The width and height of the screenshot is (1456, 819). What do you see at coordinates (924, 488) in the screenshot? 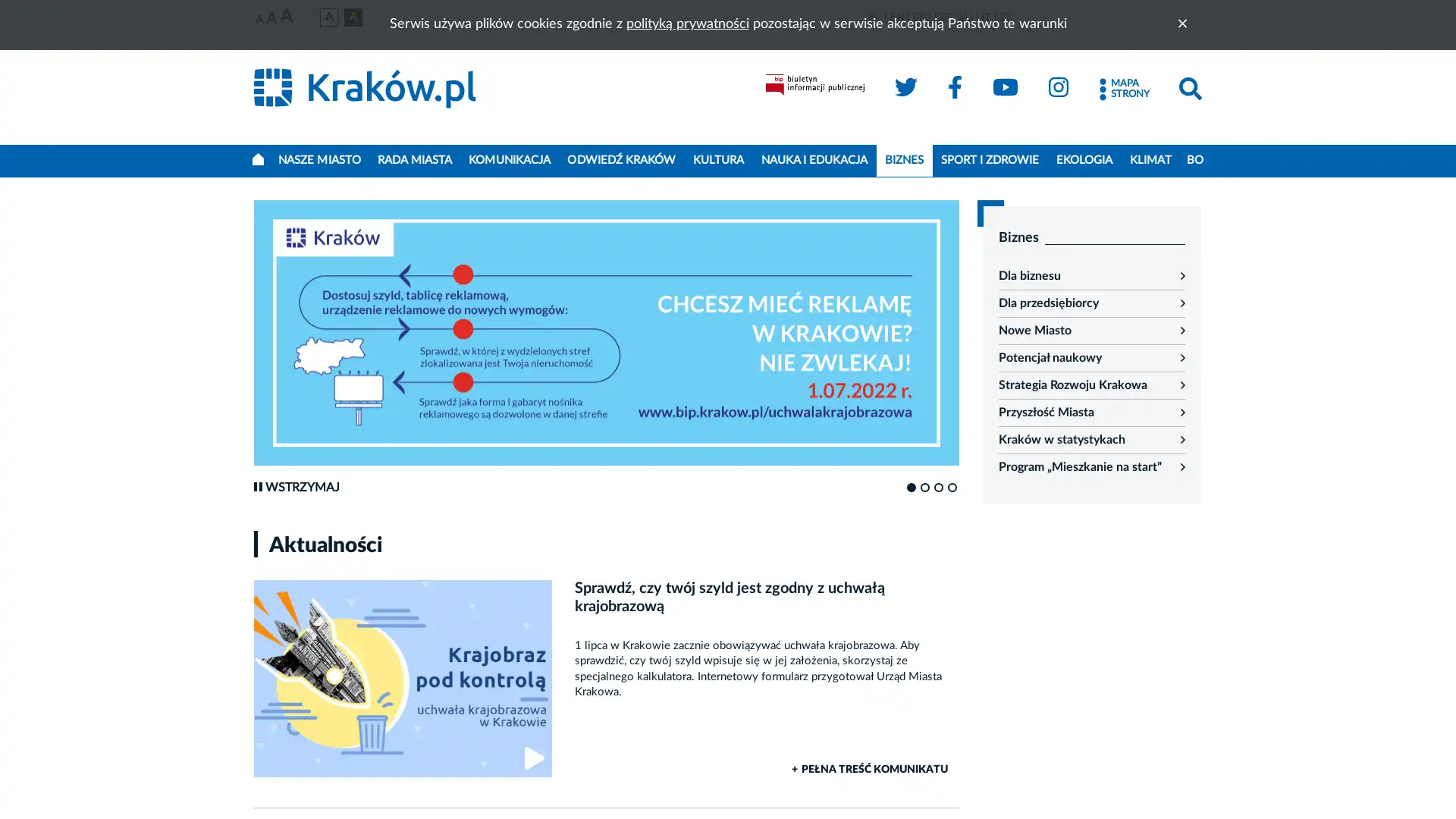
I see `Go to slide 2` at bounding box center [924, 488].